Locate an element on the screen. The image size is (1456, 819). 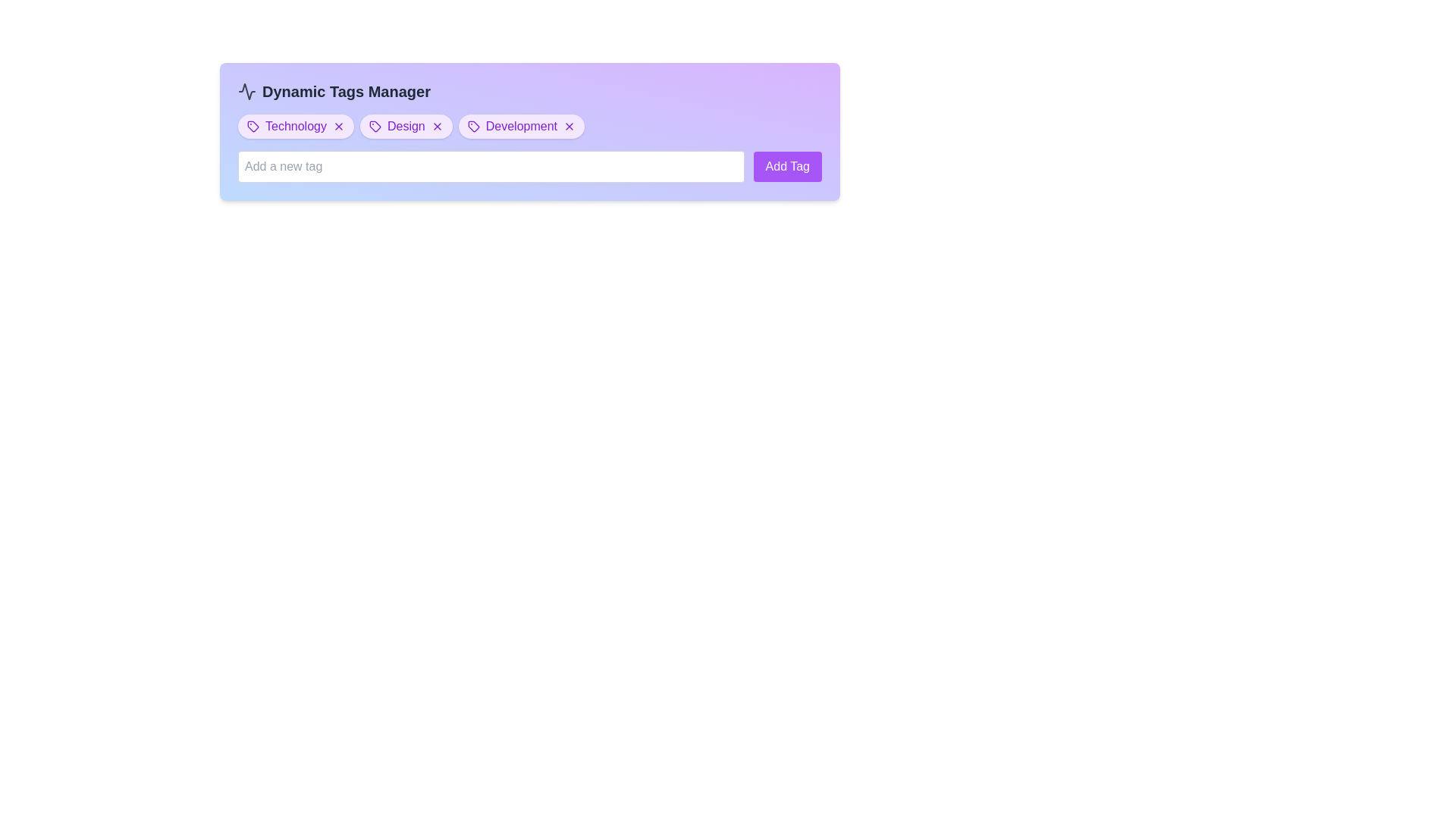
the 'Technology' tag icon located to the left of the word 'Technology' within the tag component is located at coordinates (253, 125).